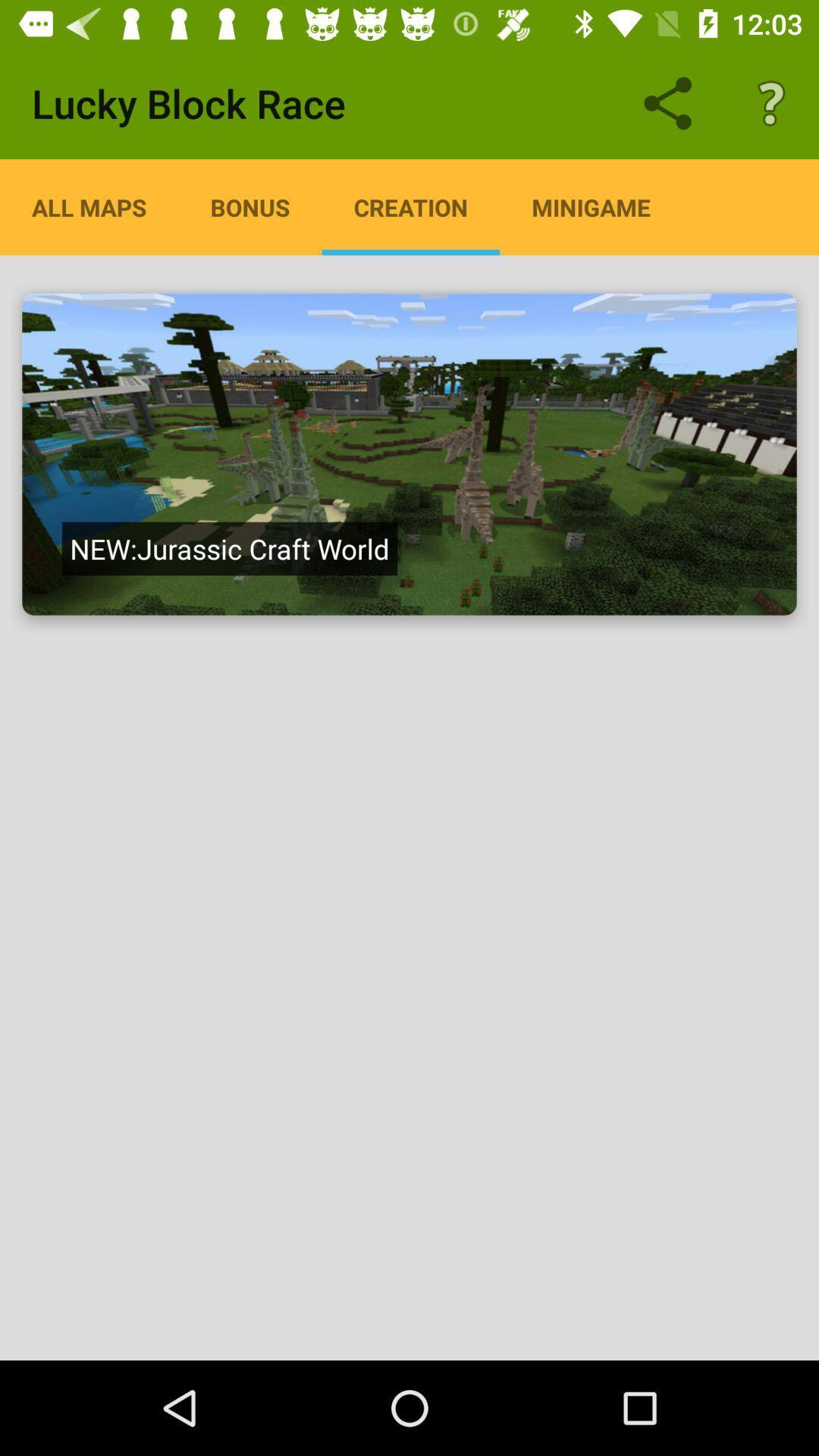 The image size is (819, 1456). I want to click on icon below lucky block race, so click(89, 206).